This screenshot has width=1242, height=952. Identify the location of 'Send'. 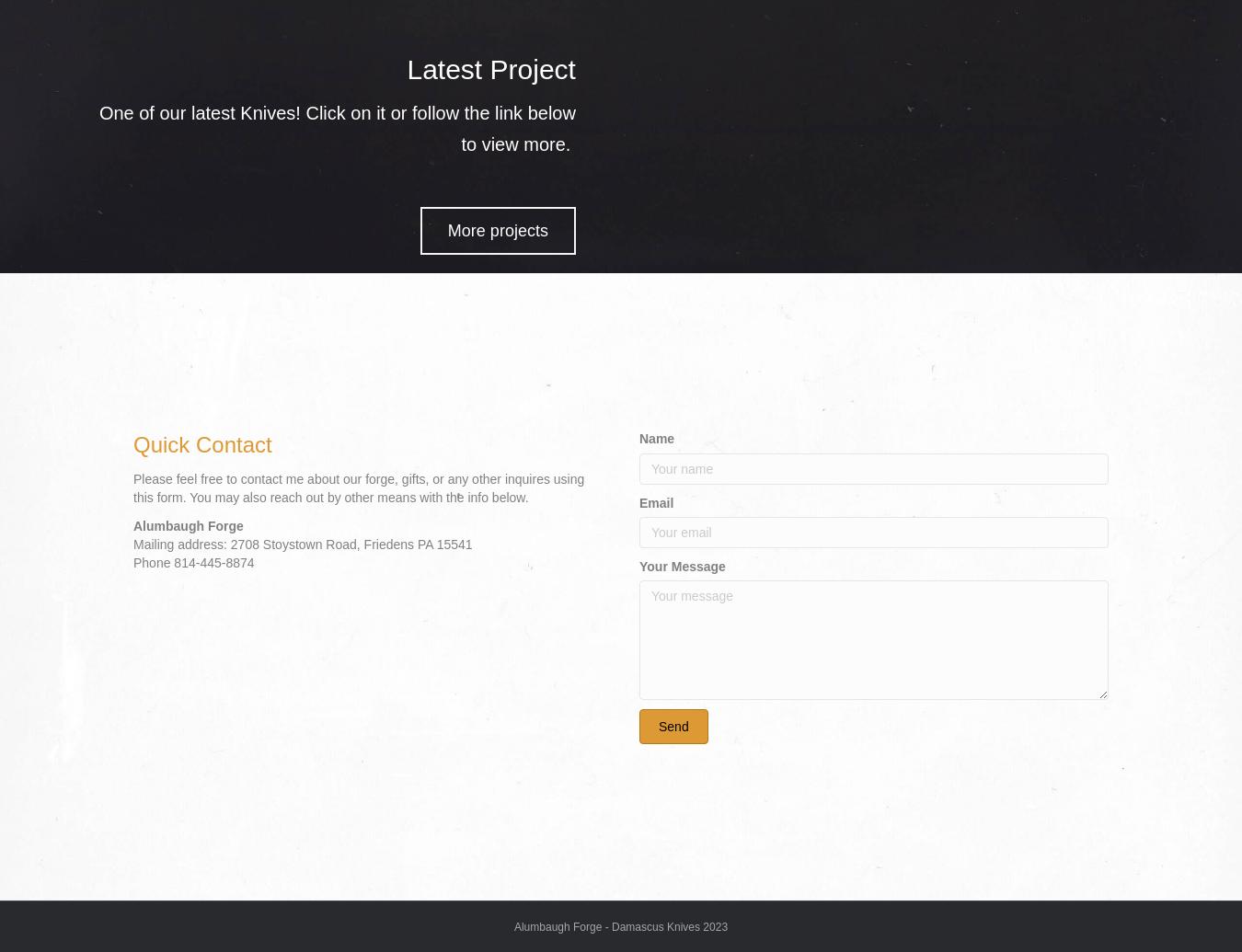
(672, 726).